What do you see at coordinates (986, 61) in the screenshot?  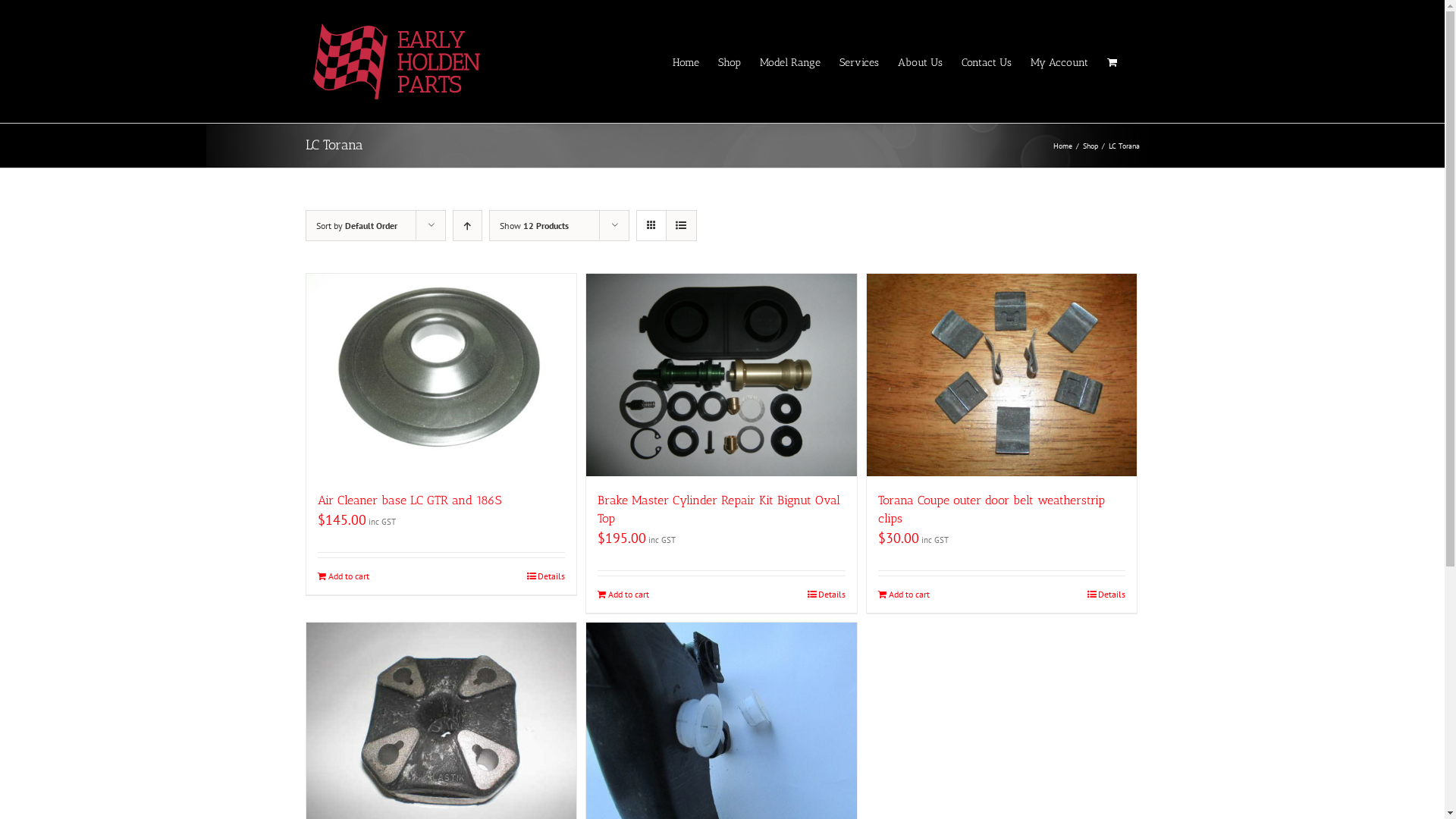 I see `'Contact Us'` at bounding box center [986, 61].